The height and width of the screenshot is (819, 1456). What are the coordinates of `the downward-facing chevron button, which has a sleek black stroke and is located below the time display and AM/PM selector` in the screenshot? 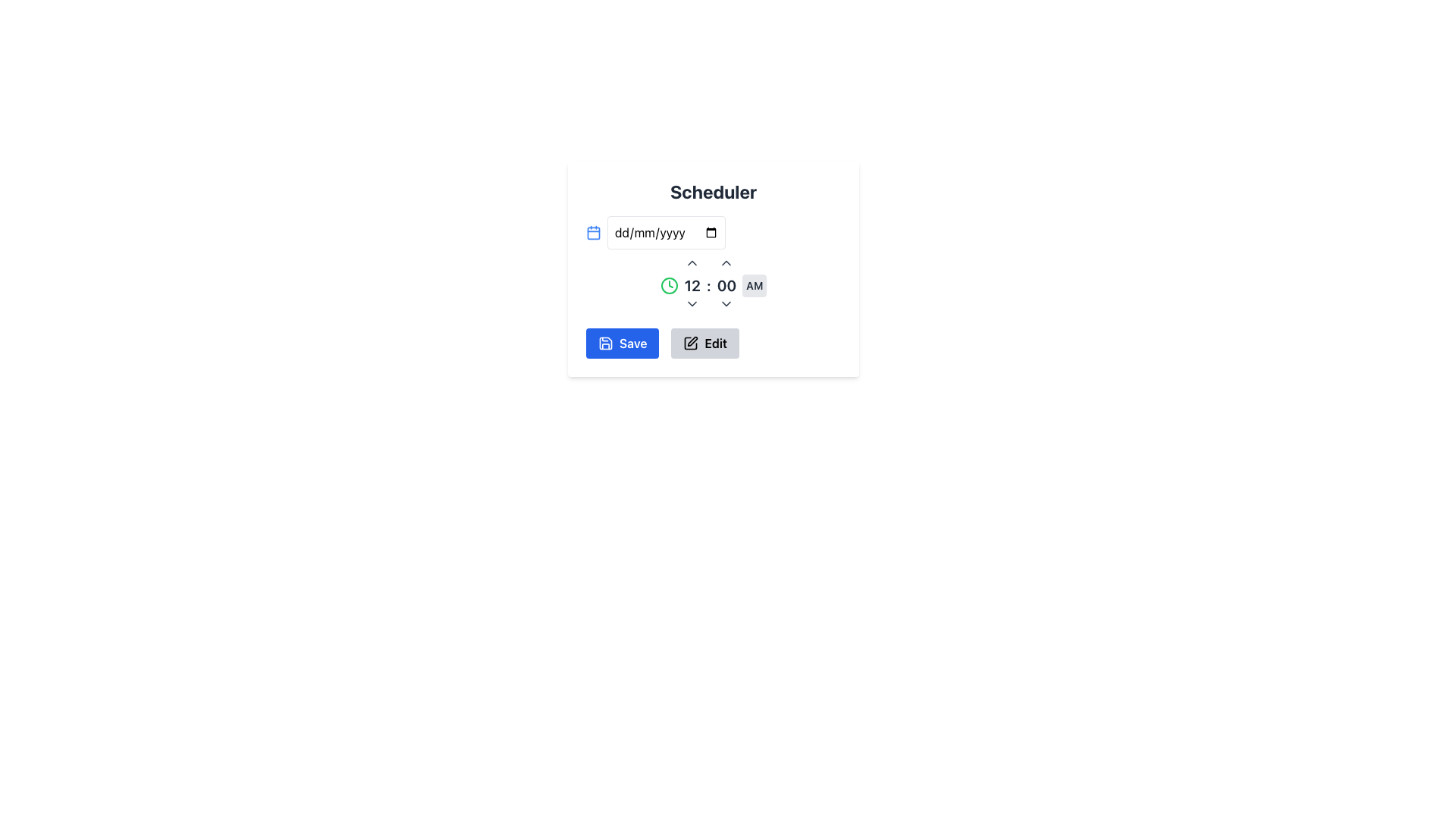 It's located at (726, 304).